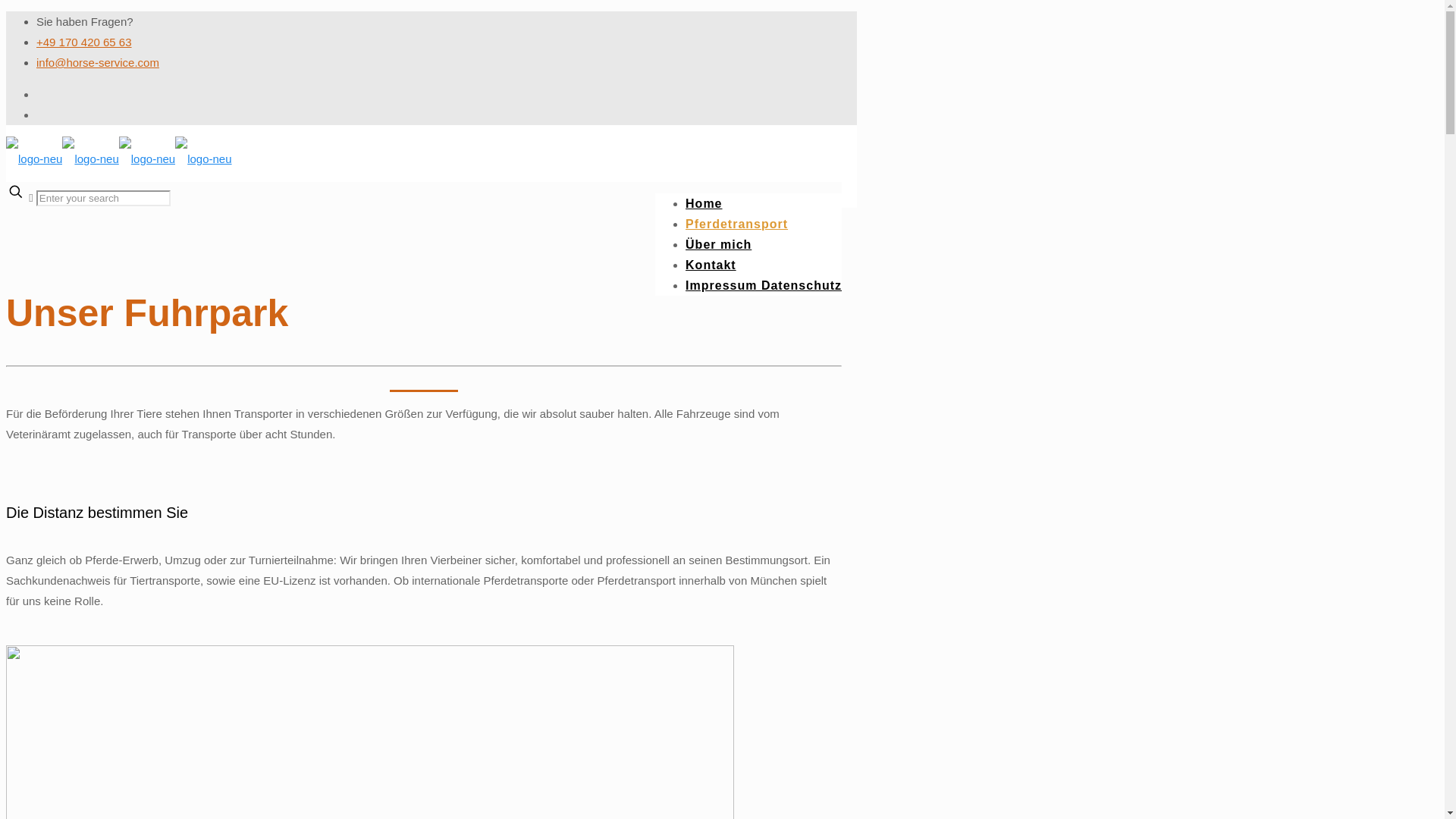 The width and height of the screenshot is (1456, 819). I want to click on 'Pferdetransport', so click(736, 224).